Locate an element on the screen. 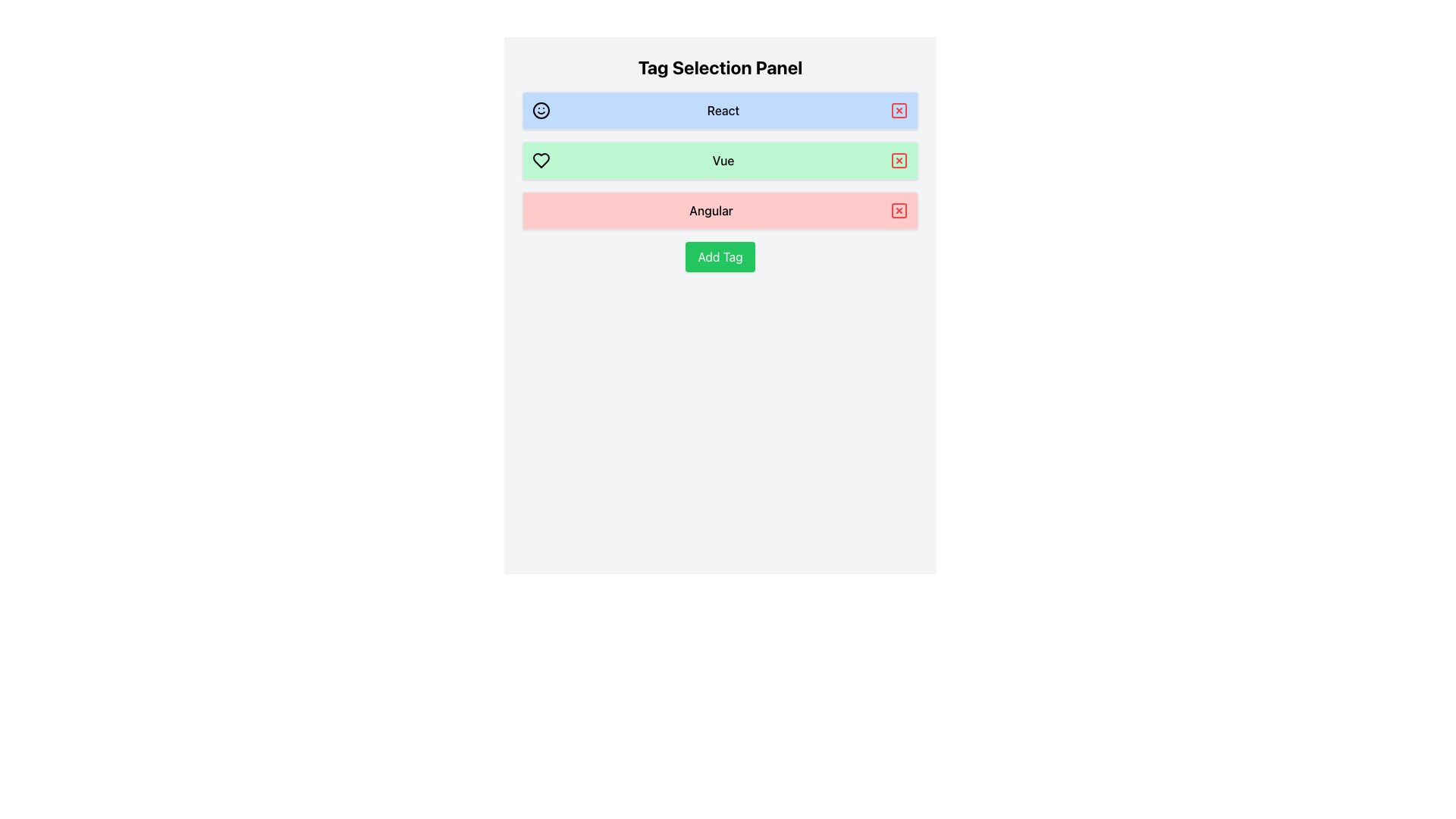 This screenshot has height=819, width=1456. the interactive delete button, which is a square with rounded corners located at the right-most side of the second tag in the list titled 'Vue' is located at coordinates (899, 161).